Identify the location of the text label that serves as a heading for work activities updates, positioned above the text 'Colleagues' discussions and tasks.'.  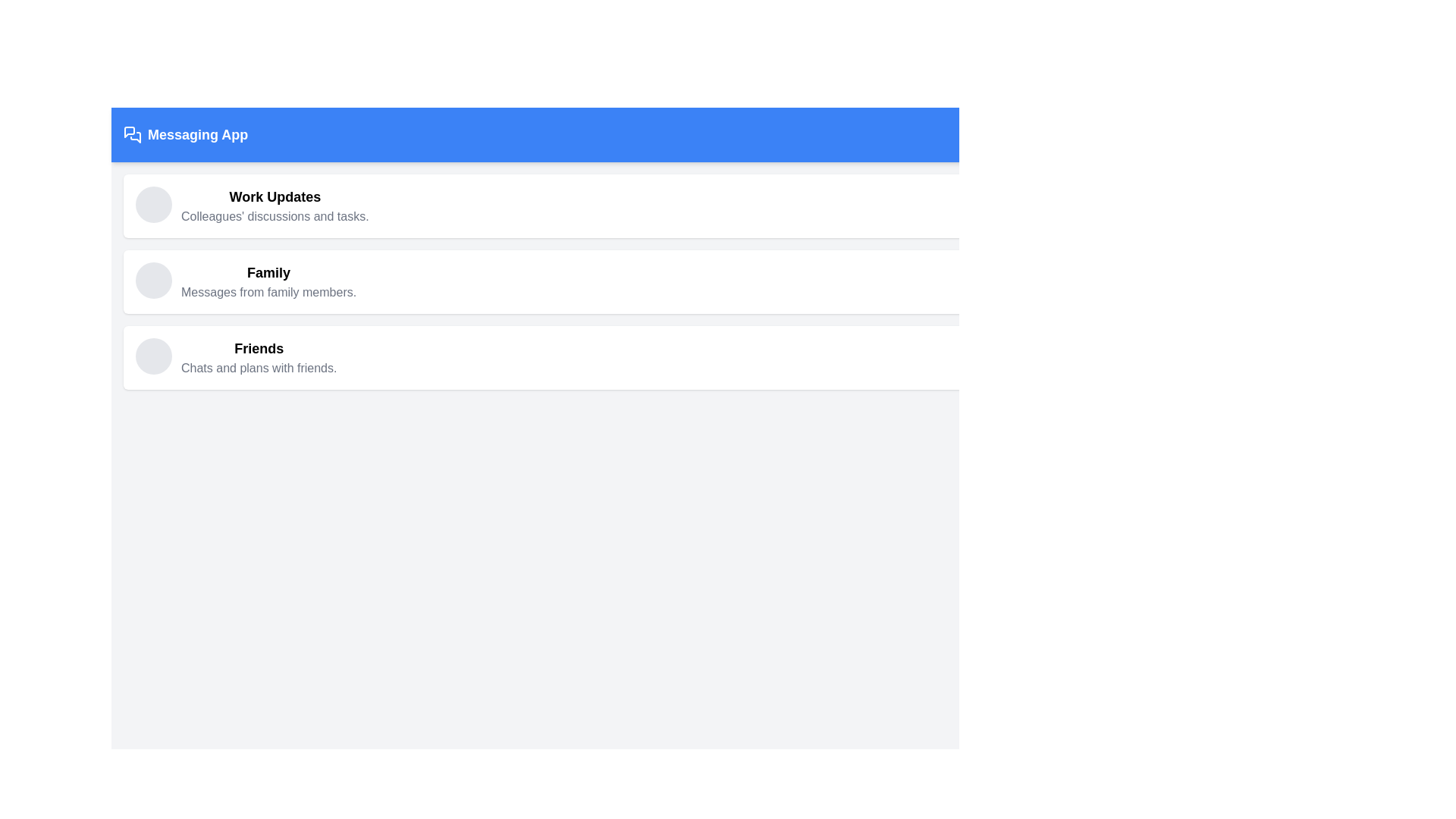
(275, 196).